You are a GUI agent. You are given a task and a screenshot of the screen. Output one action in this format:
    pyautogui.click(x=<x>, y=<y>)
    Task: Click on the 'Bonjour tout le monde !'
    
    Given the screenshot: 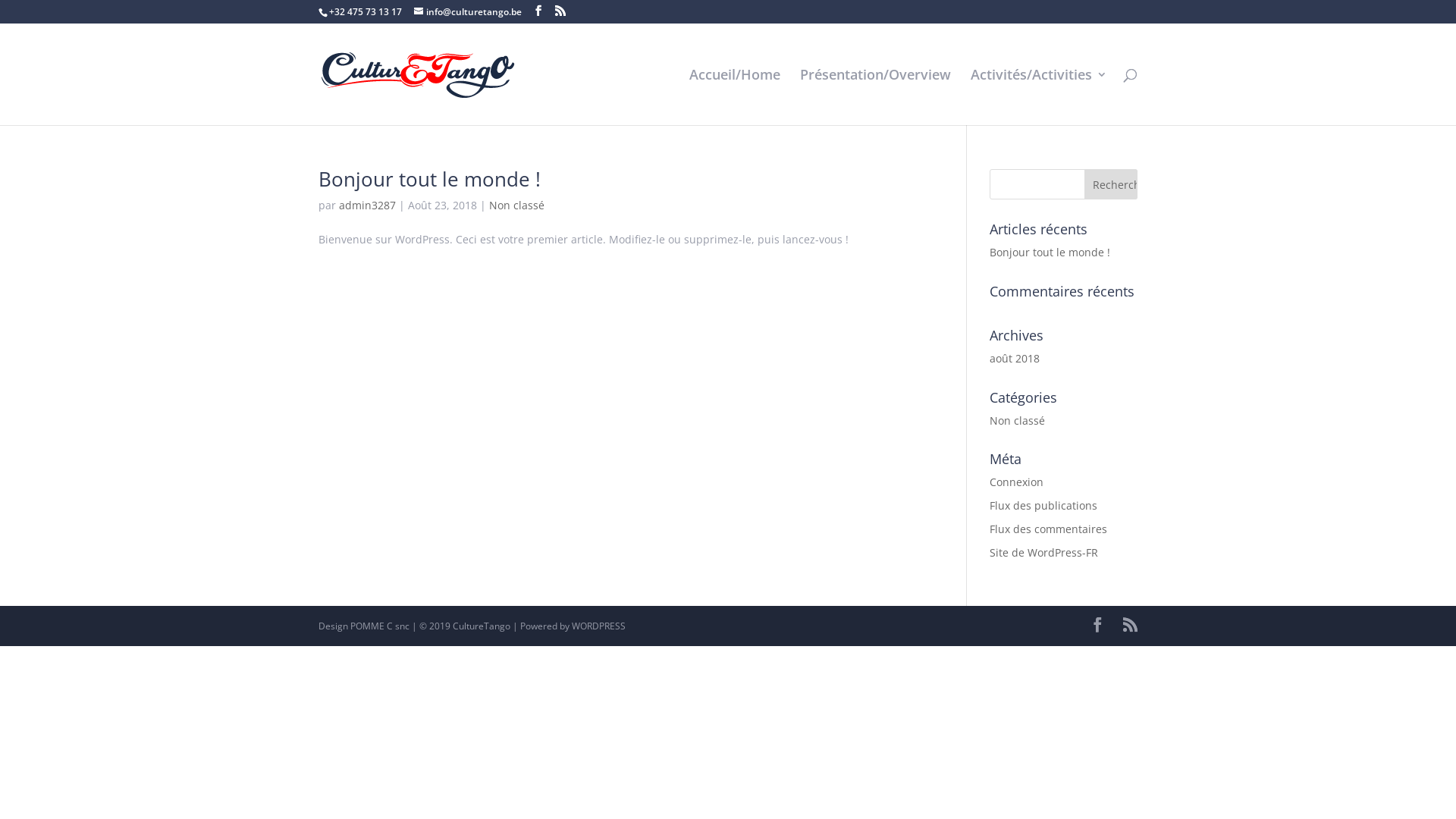 What is the action you would take?
    pyautogui.click(x=1049, y=251)
    